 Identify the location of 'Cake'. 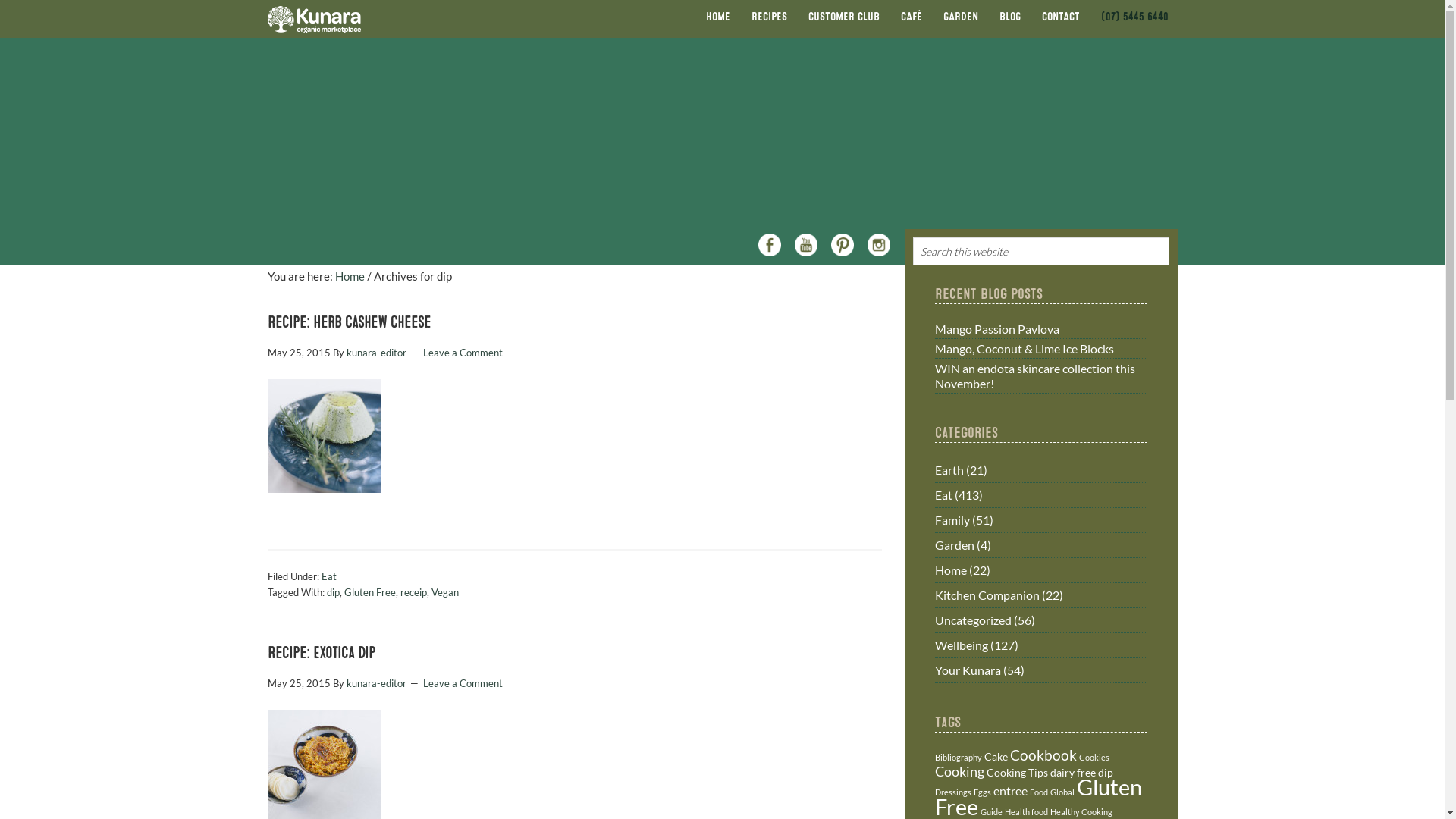
(996, 756).